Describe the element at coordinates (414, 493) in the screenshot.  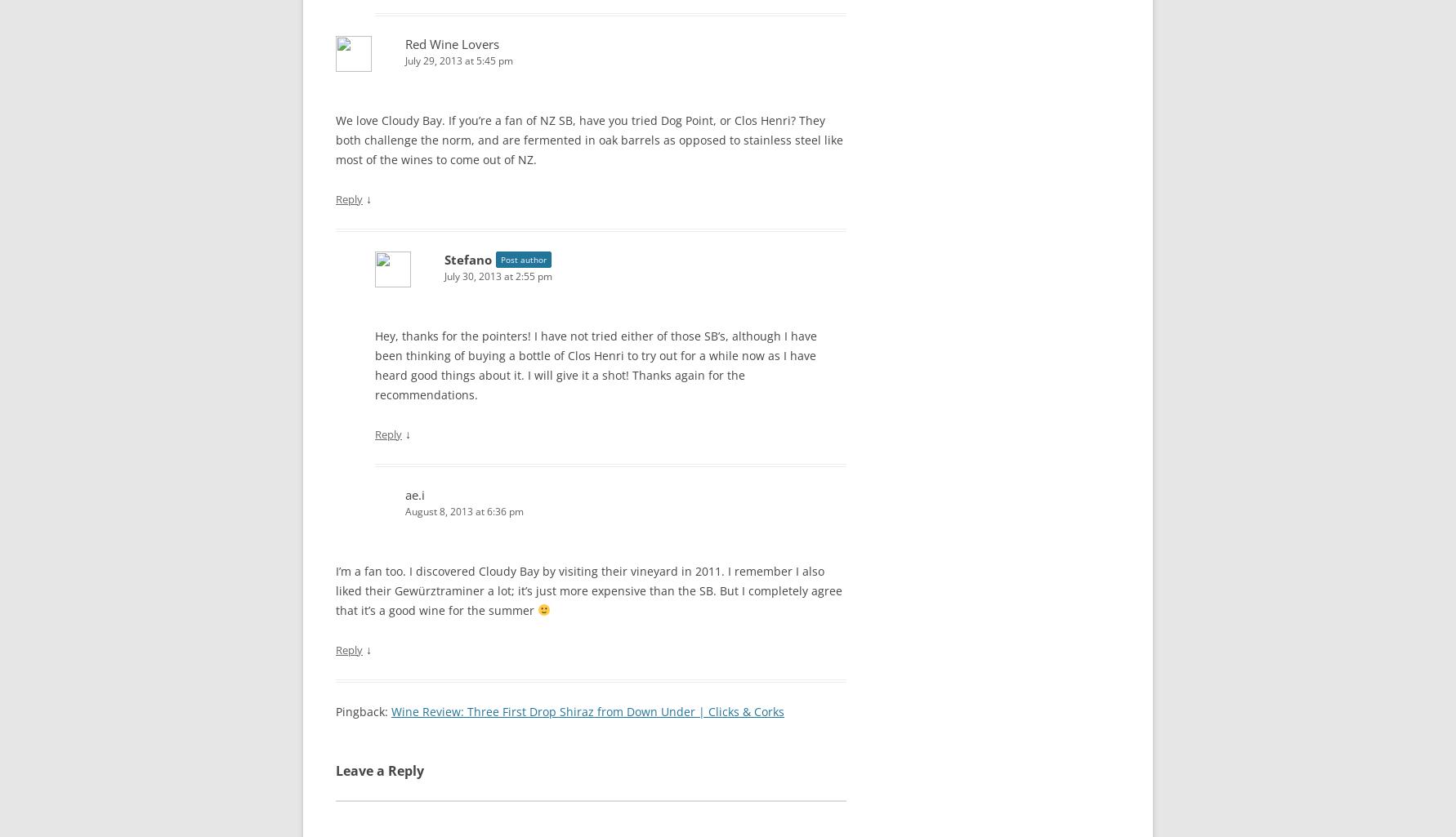
I see `'ae.i'` at that location.